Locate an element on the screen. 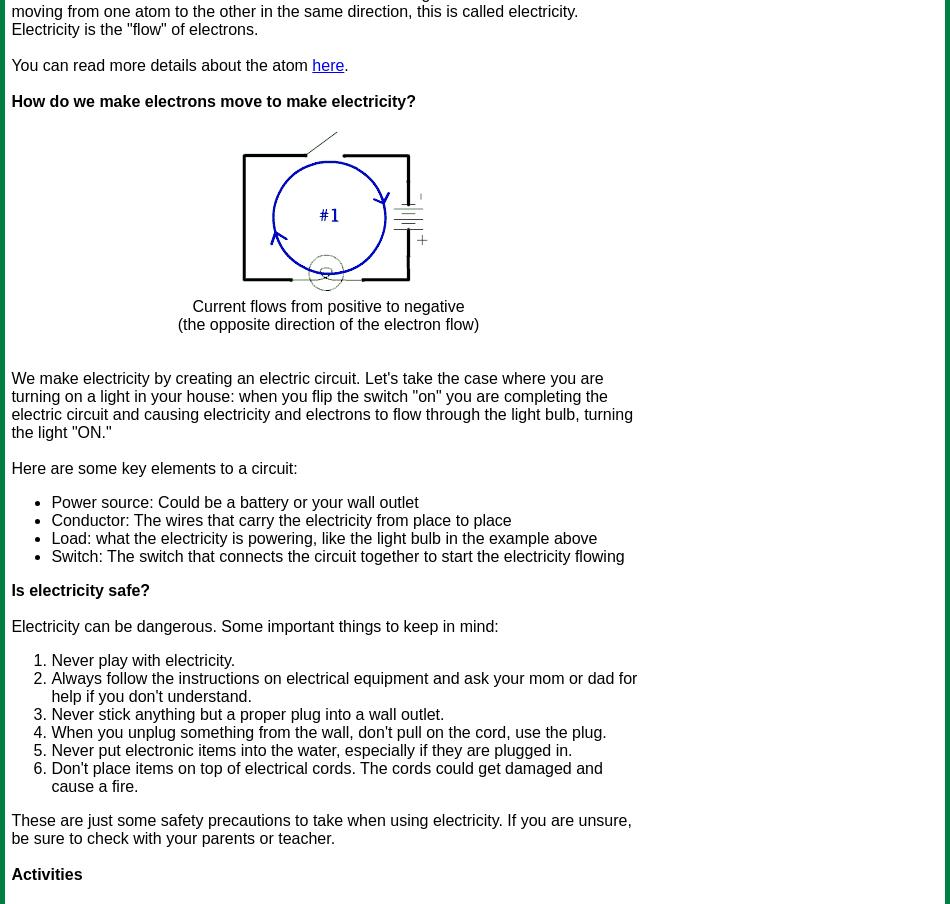 The width and height of the screenshot is (950, 904). 'When you unplug something from the wall, don't pull on the cord, use the plug.' is located at coordinates (327, 731).